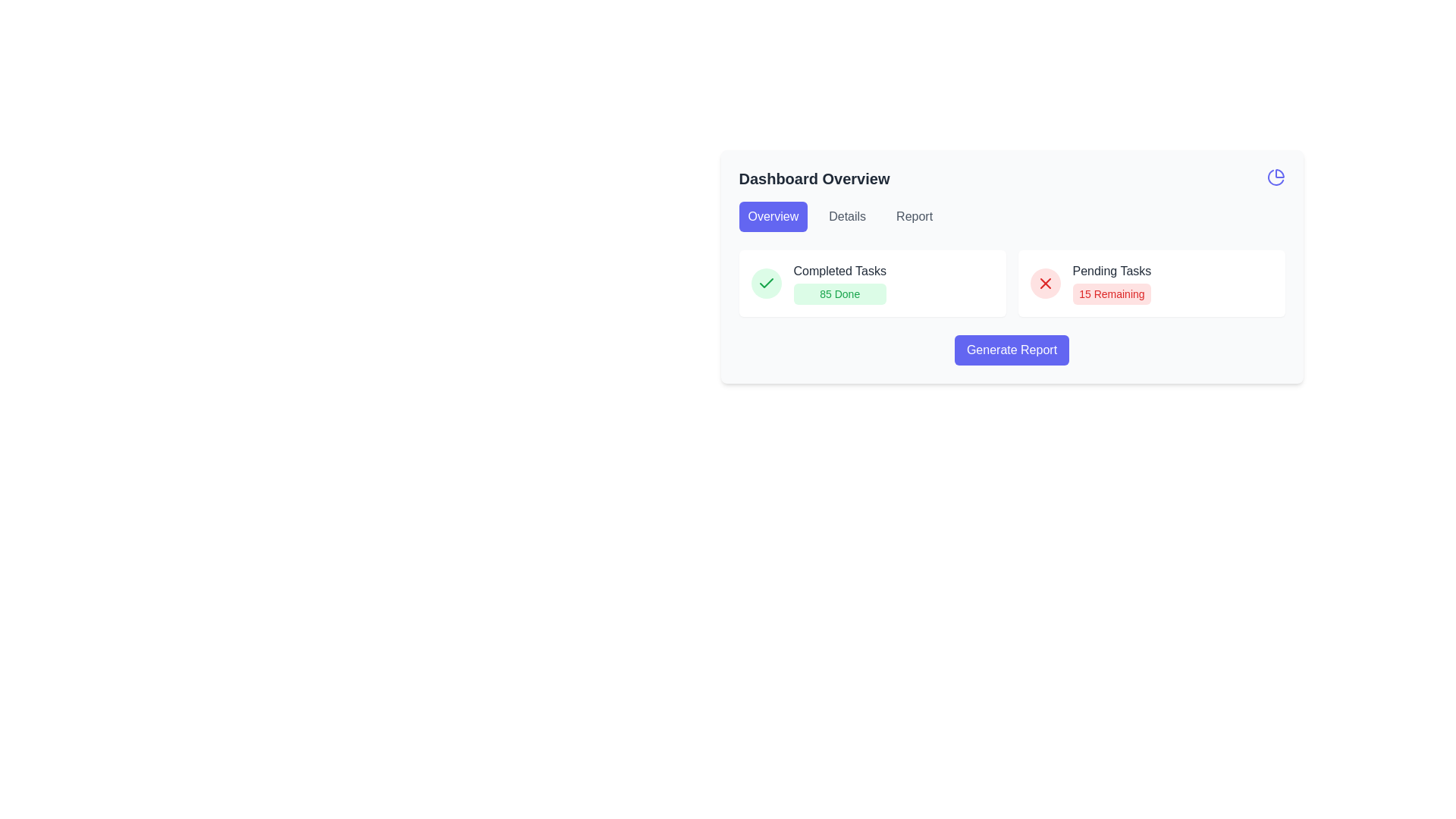  Describe the element at coordinates (839, 294) in the screenshot. I see `the Label with a light green background that contains the text '85 Done', located below 'Completed Tasks' in the UI card` at that location.